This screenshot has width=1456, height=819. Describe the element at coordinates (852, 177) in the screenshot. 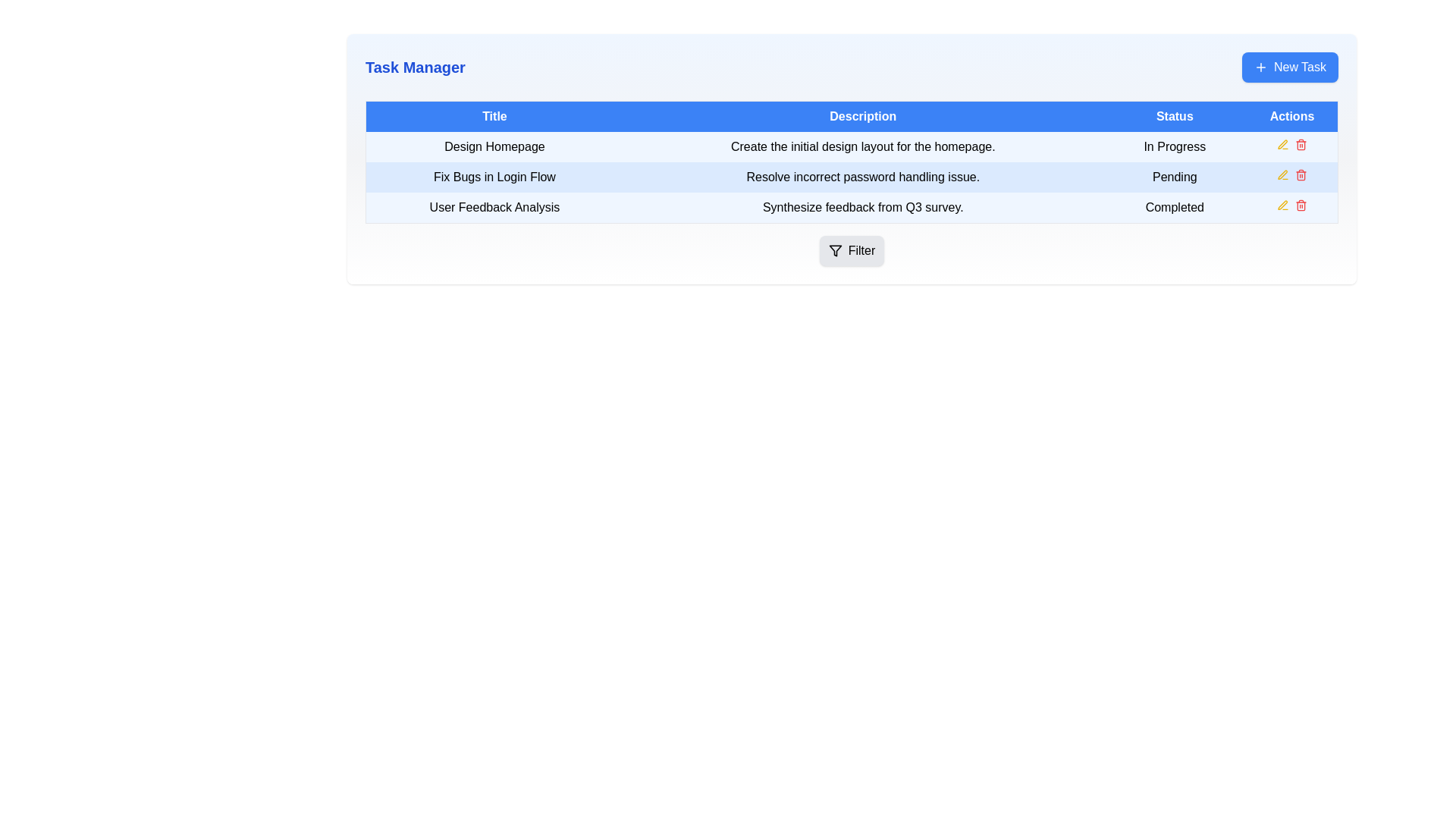

I see `the second row of the task management table which represents a specific task` at that location.